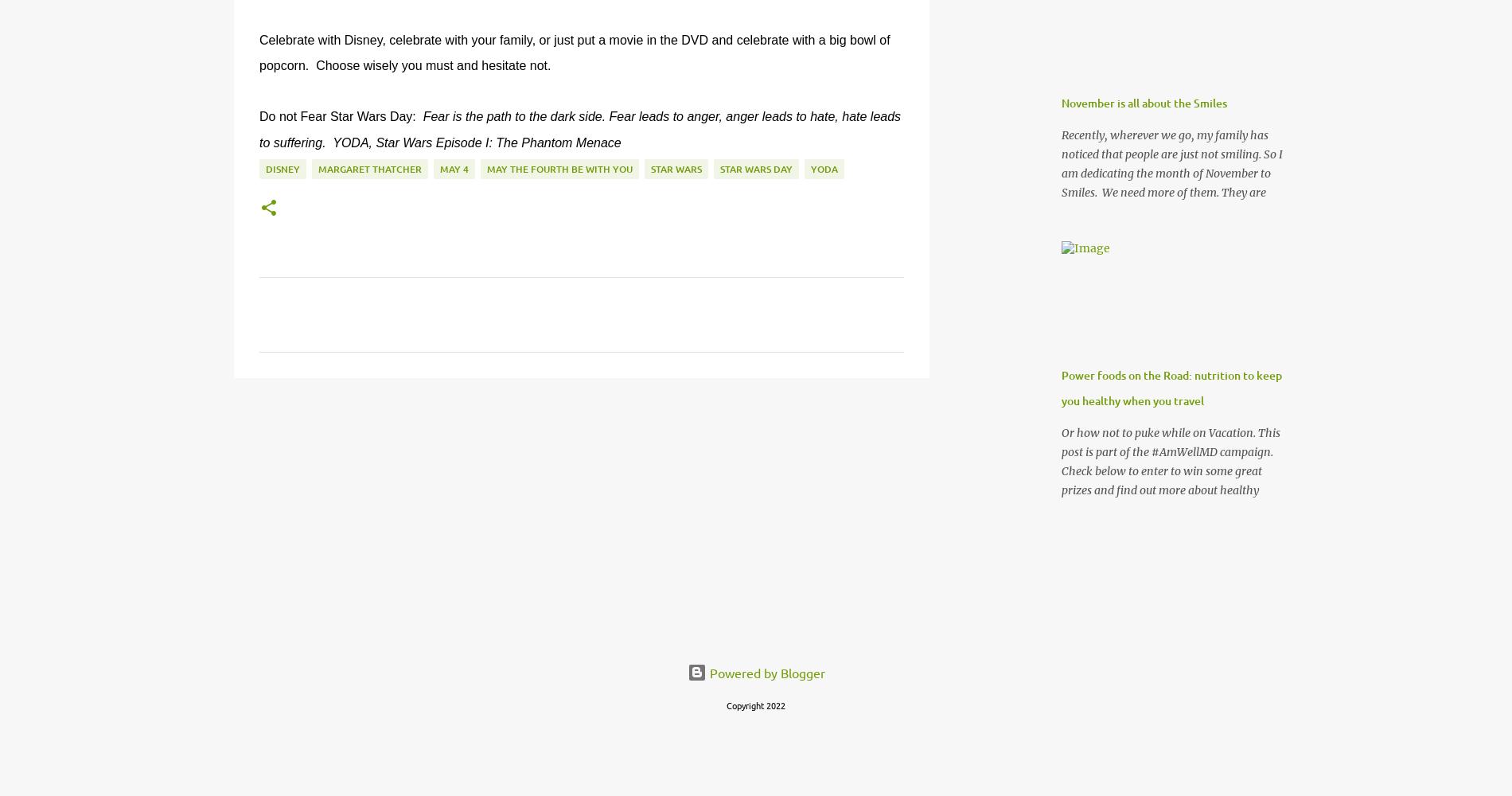 This screenshot has height=796, width=1512. I want to click on 'November is all about the Smiles', so click(1144, 103).